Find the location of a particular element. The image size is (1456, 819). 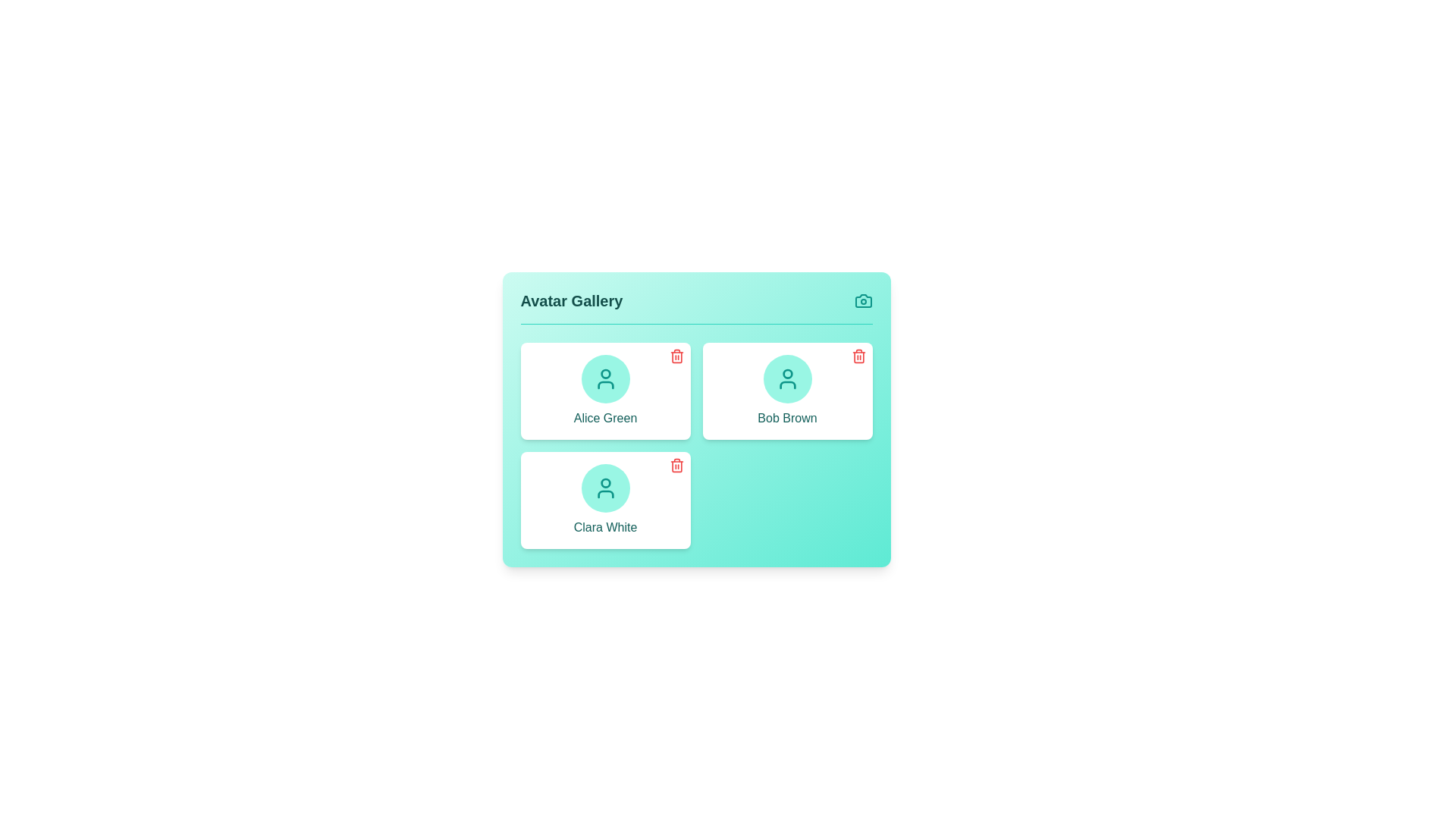

the circular teal-colored user icon located in the bottom-left card labeled 'Clara White' within the 2x2 grid layout is located at coordinates (604, 488).